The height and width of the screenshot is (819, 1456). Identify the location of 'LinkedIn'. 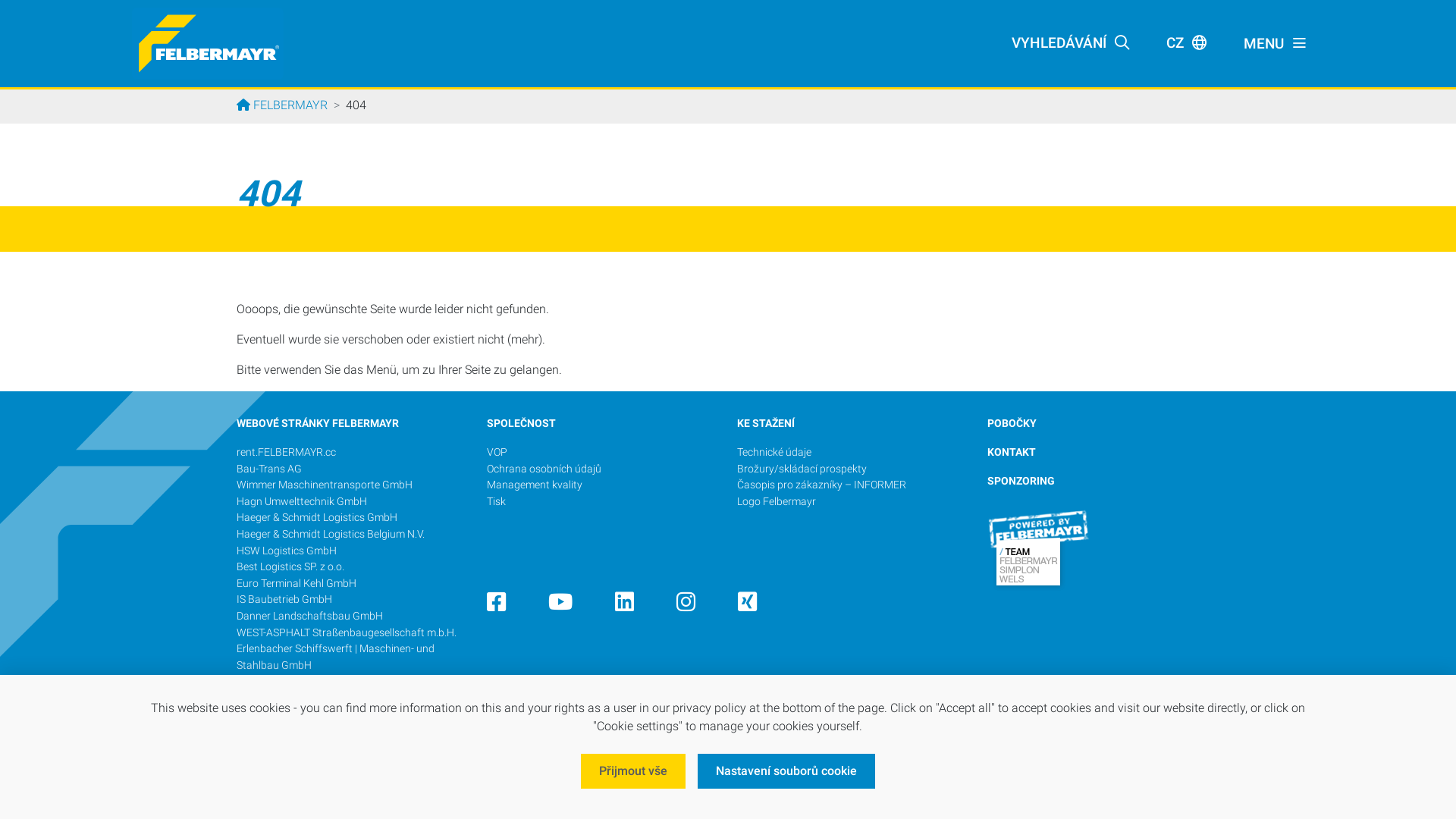
(624, 605).